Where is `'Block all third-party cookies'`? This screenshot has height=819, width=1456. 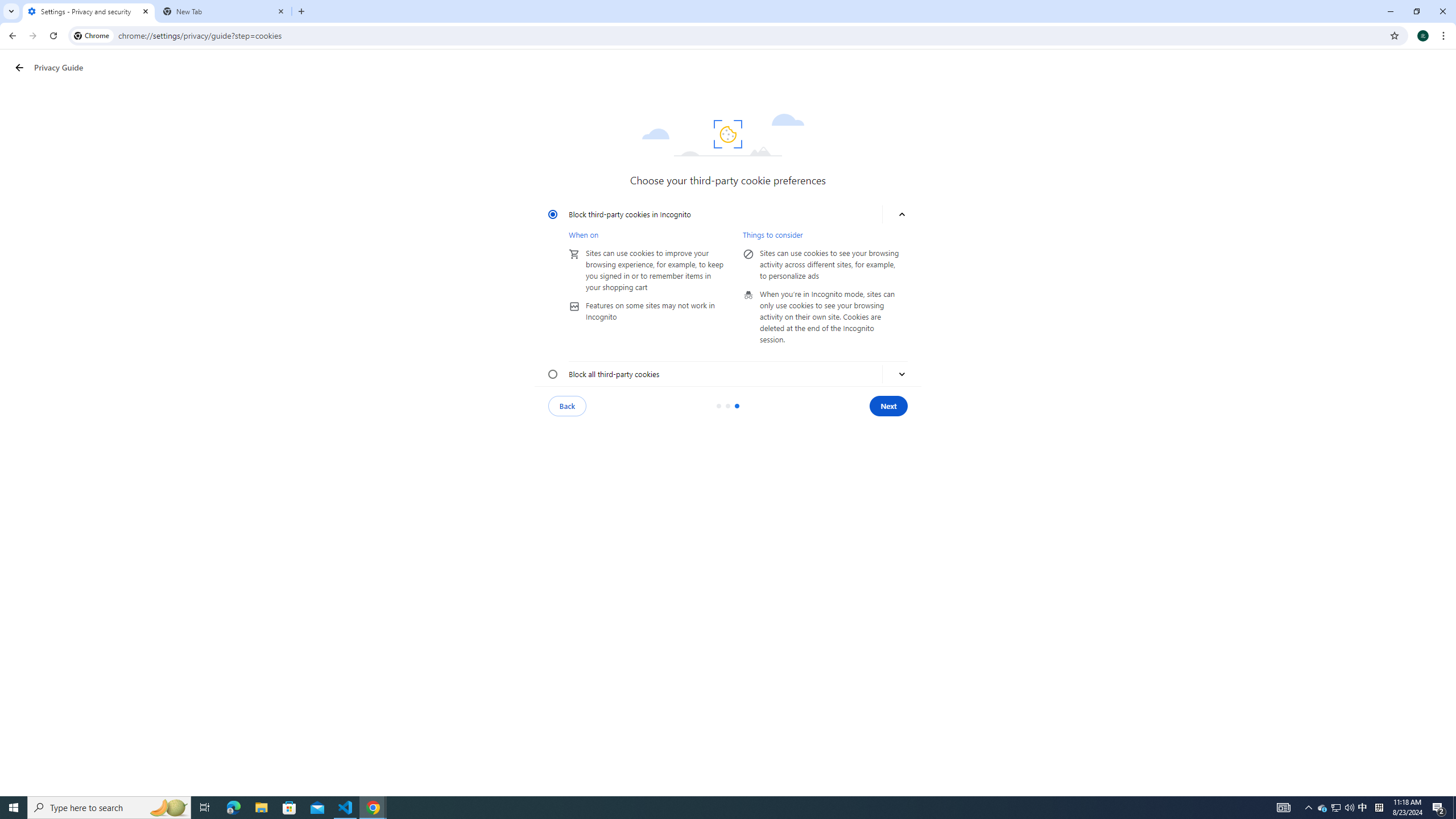 'Block all third-party cookies' is located at coordinates (552, 373).